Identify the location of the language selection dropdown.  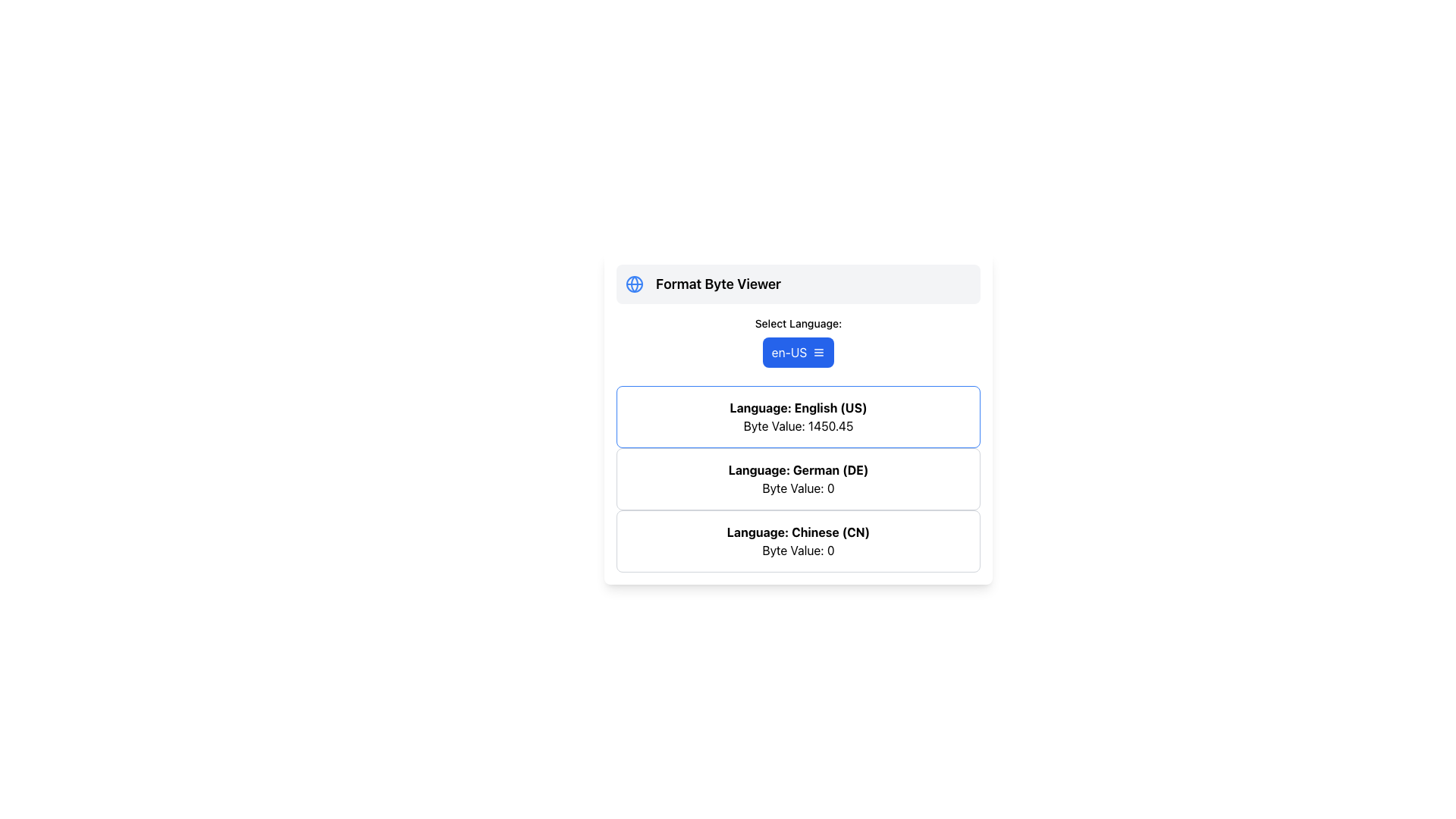
(797, 342).